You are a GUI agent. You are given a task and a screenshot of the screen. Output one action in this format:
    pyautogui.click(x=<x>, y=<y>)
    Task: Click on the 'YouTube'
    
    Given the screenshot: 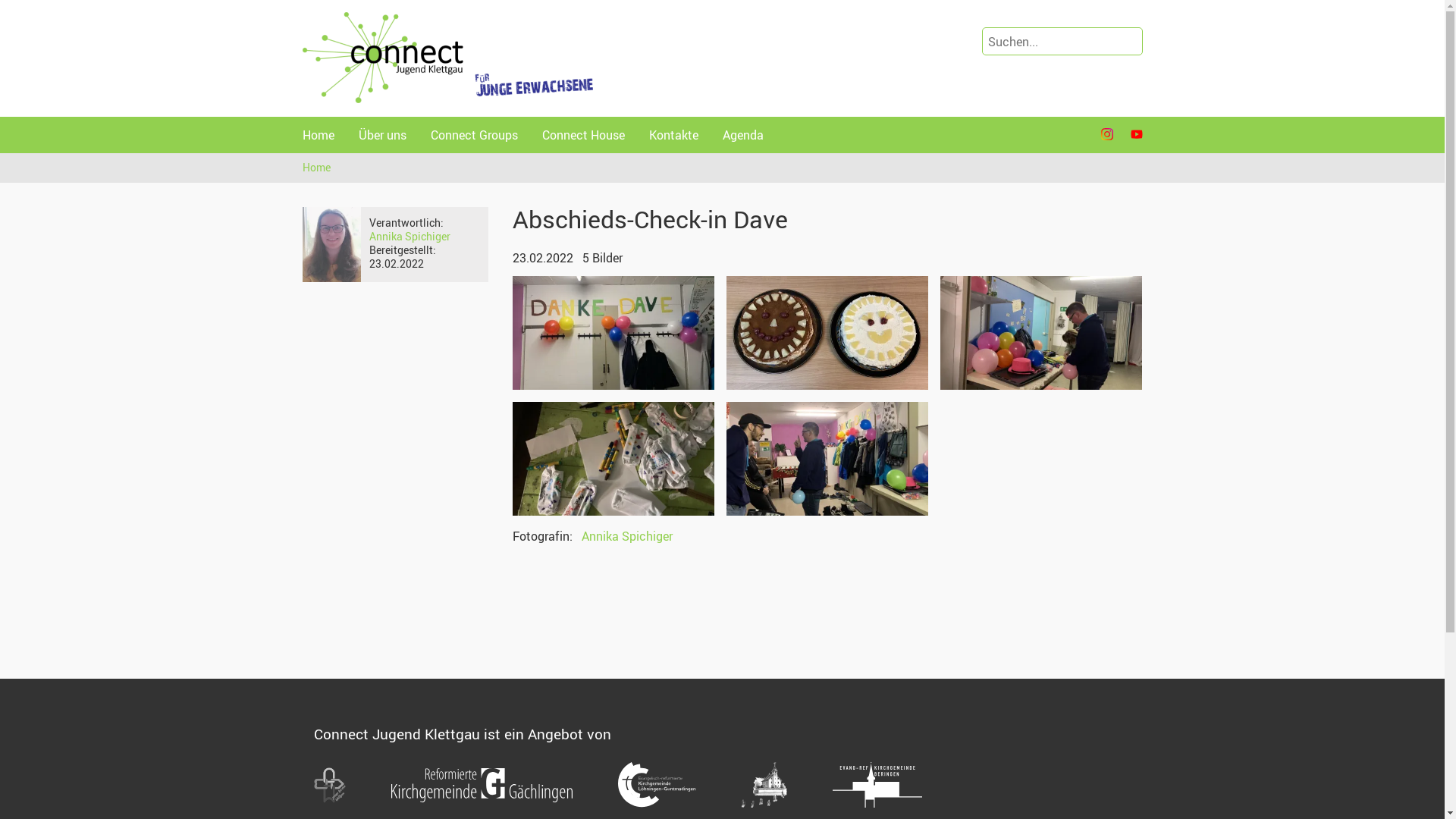 What is the action you would take?
    pyautogui.click(x=1135, y=133)
    